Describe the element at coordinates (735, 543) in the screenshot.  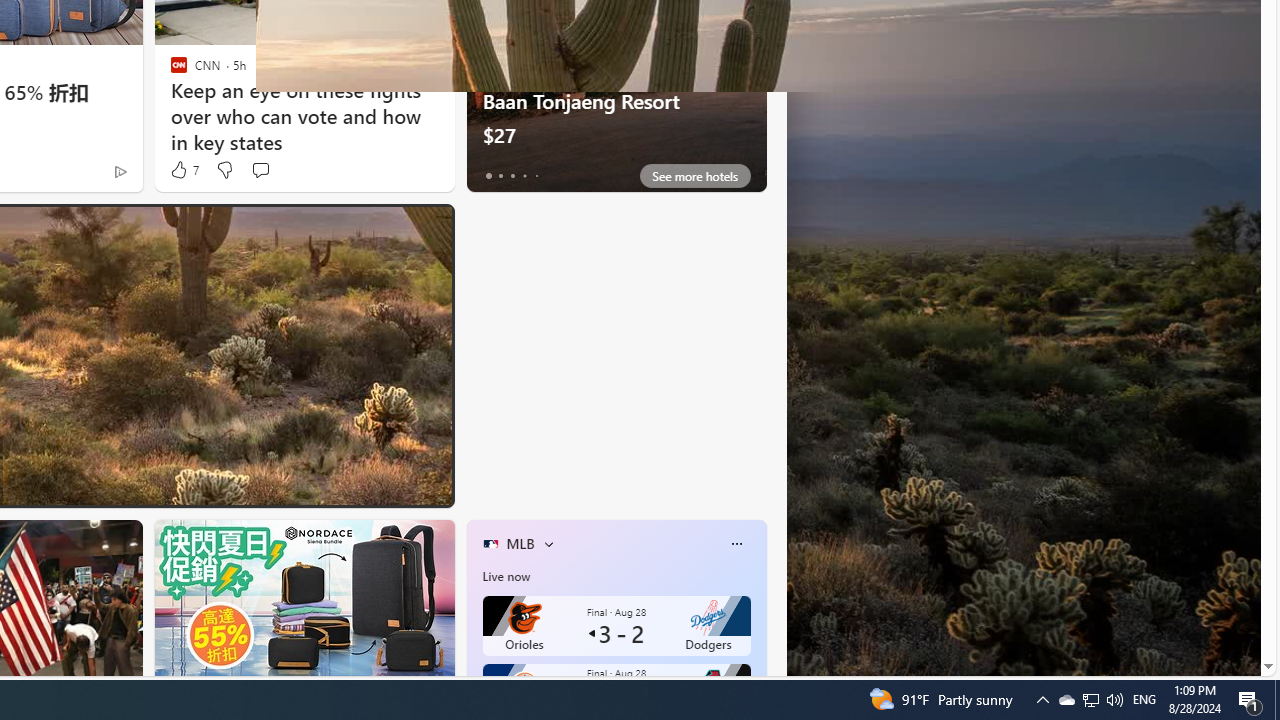
I see `'Class: icon-img'` at that location.